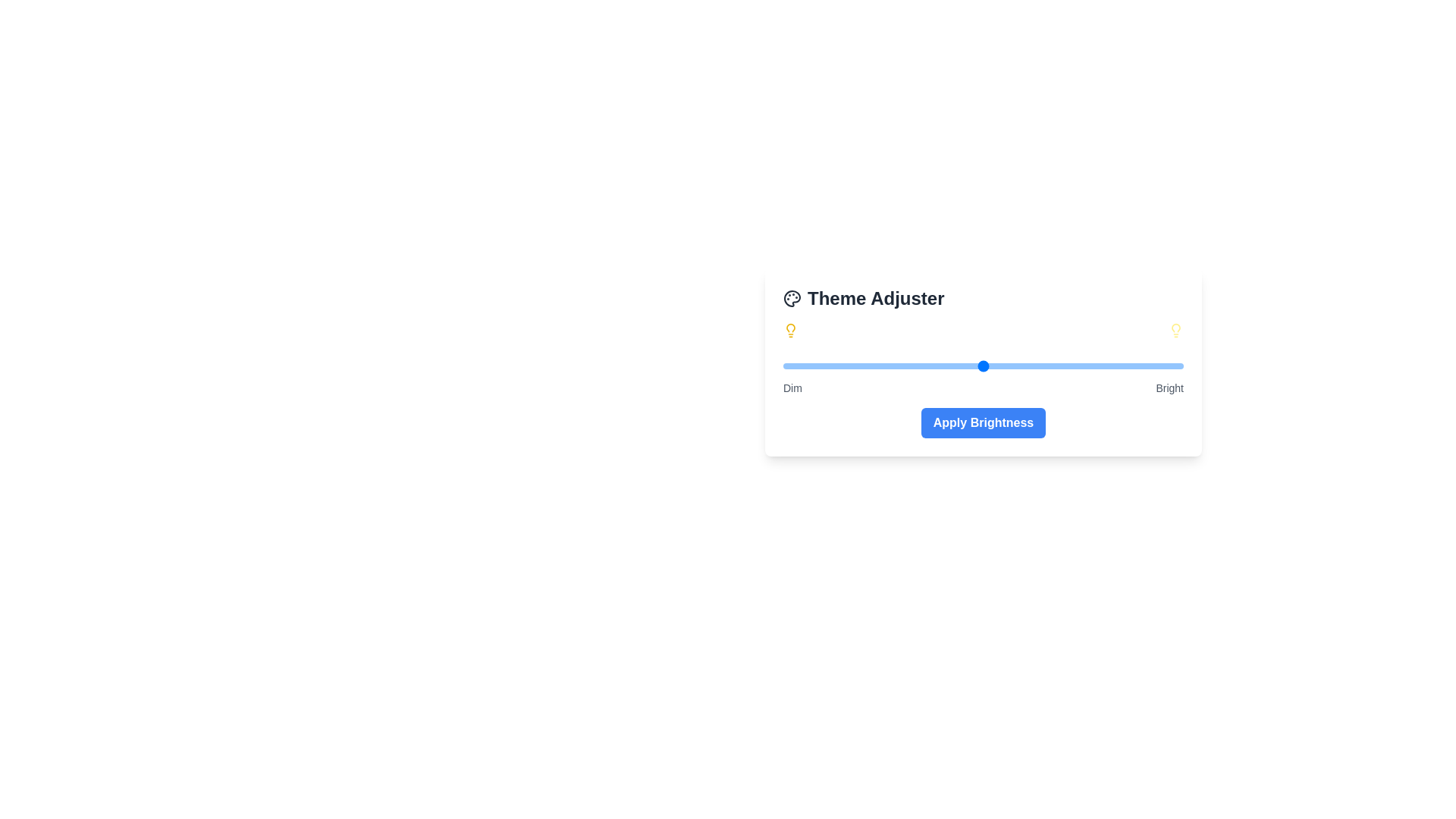 The width and height of the screenshot is (1456, 819). What do you see at coordinates (899, 366) in the screenshot?
I see `the brightness slider to 29%` at bounding box center [899, 366].